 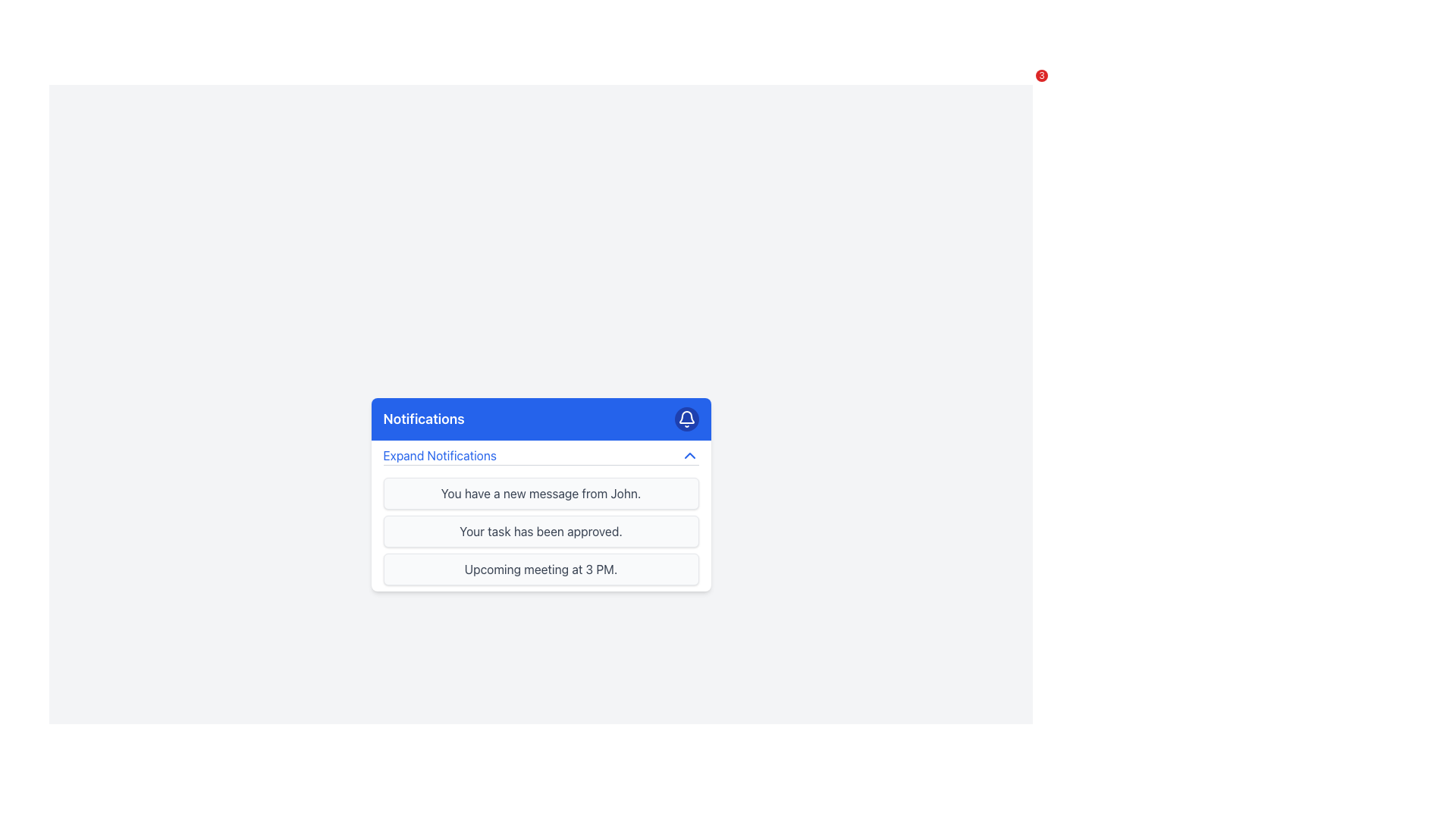 What do you see at coordinates (424, 419) in the screenshot?
I see `the 'Notifications' text label, which is styled with a bold font and white color on a blue background, located in the notification section header` at bounding box center [424, 419].